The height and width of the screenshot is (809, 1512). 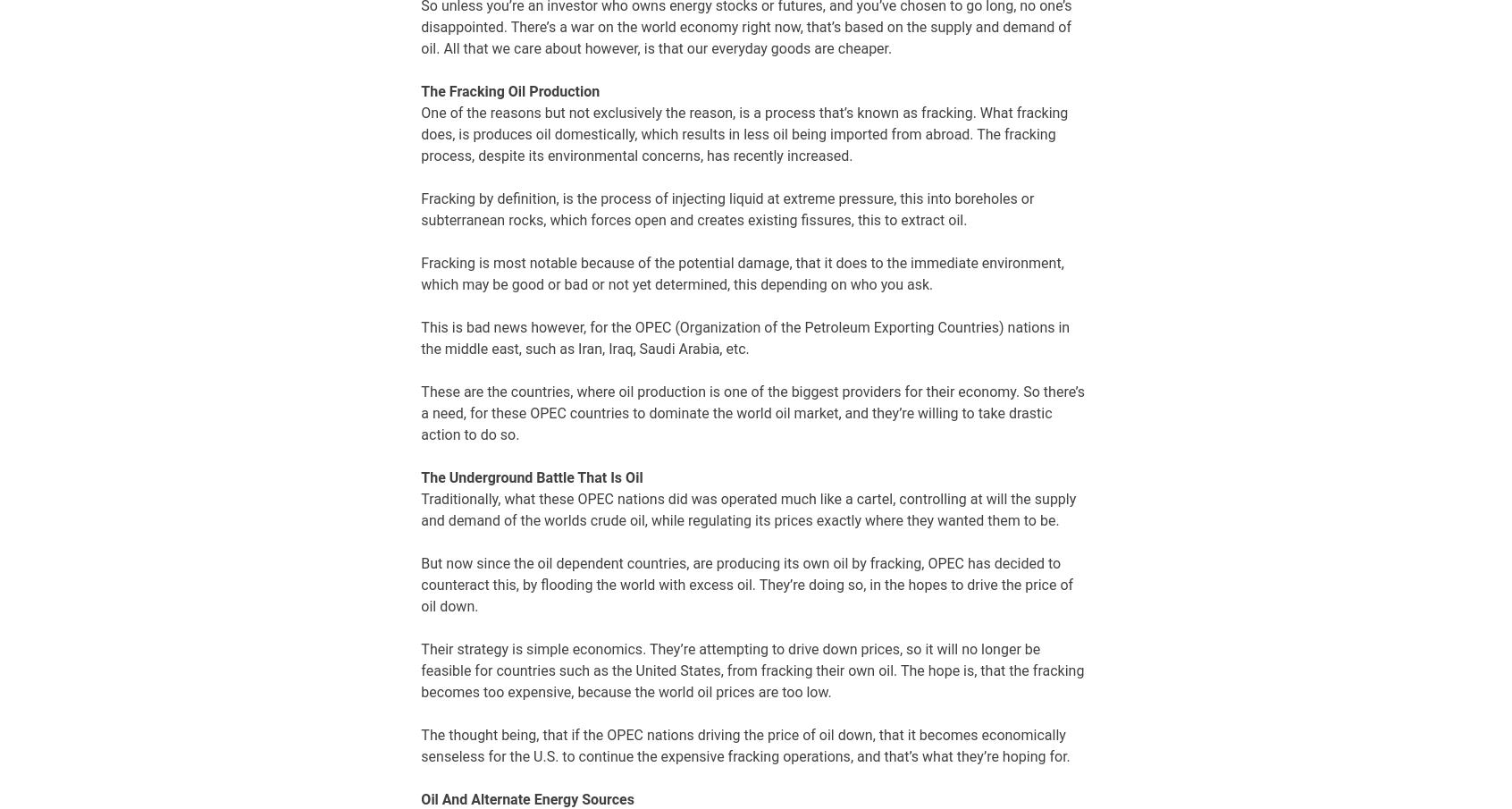 I want to click on 'These are the countries, where oil production is one of the biggest providers for their economy. So there’s a need, for these OPEC countries to dominate the world oil market, and they’re willing to take drastic action to do so.', so click(x=752, y=412).